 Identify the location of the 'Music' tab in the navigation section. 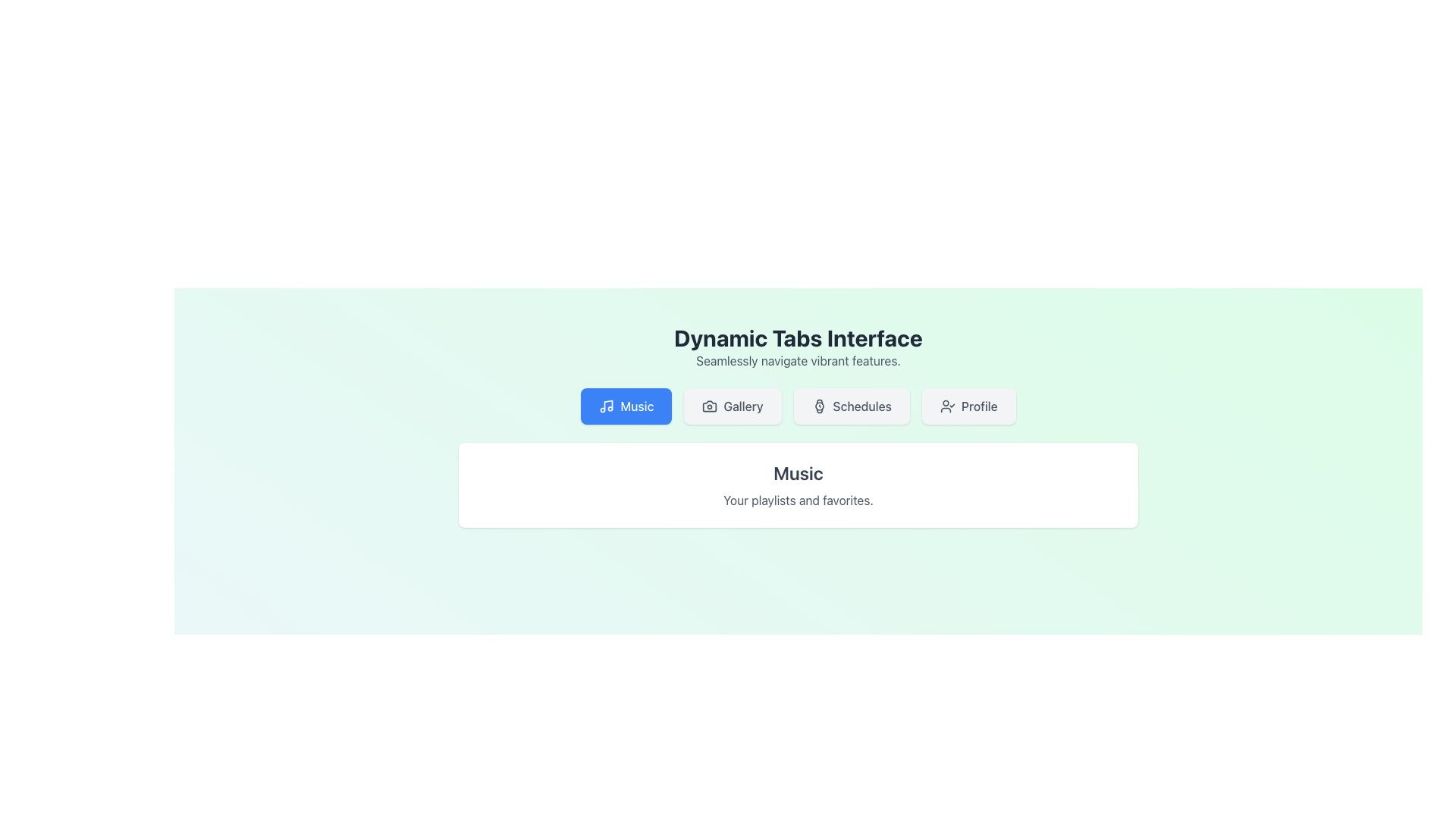
(637, 406).